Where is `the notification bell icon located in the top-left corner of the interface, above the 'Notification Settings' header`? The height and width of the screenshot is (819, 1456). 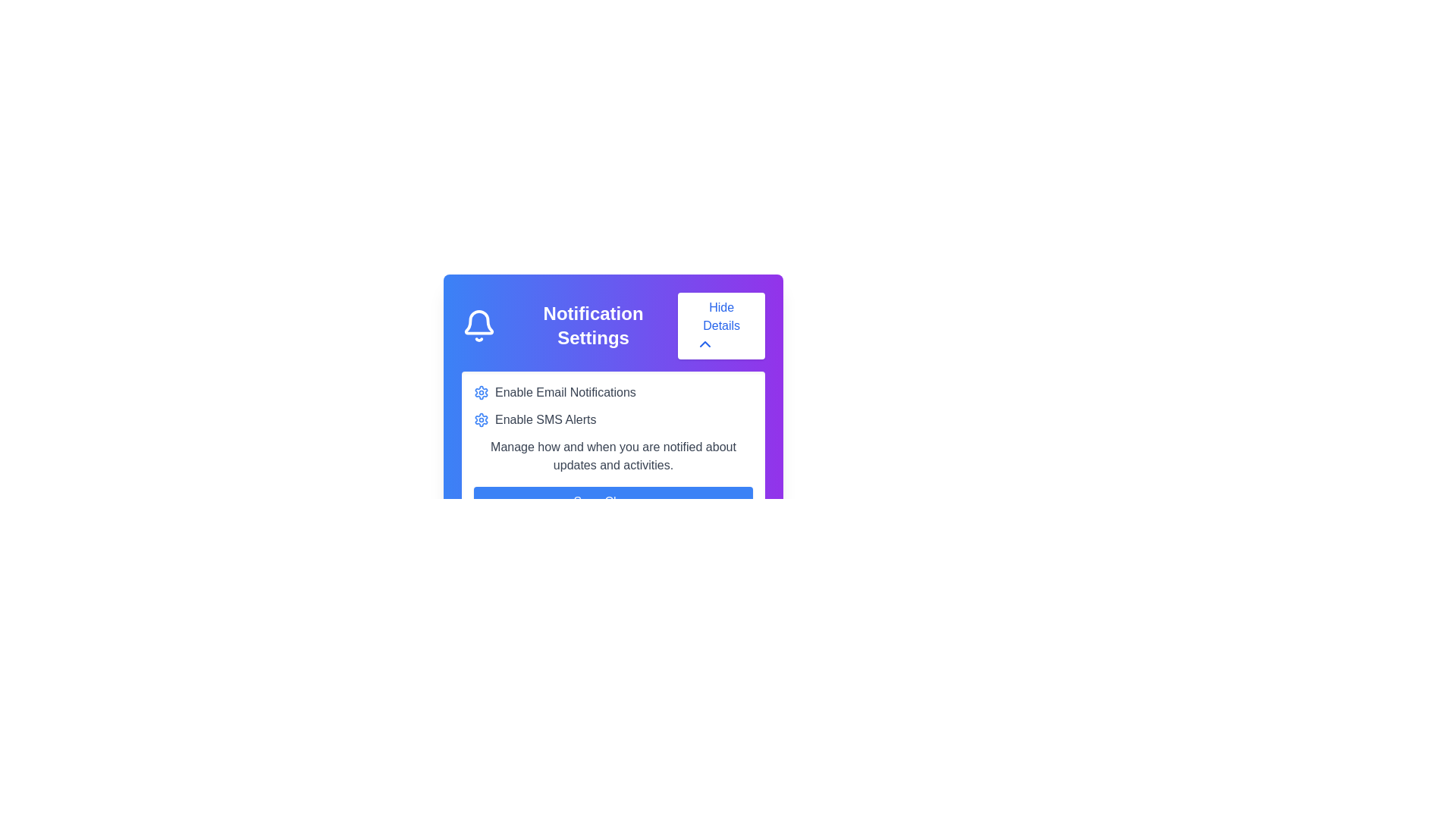 the notification bell icon located in the top-left corner of the interface, above the 'Notification Settings' header is located at coordinates (479, 322).